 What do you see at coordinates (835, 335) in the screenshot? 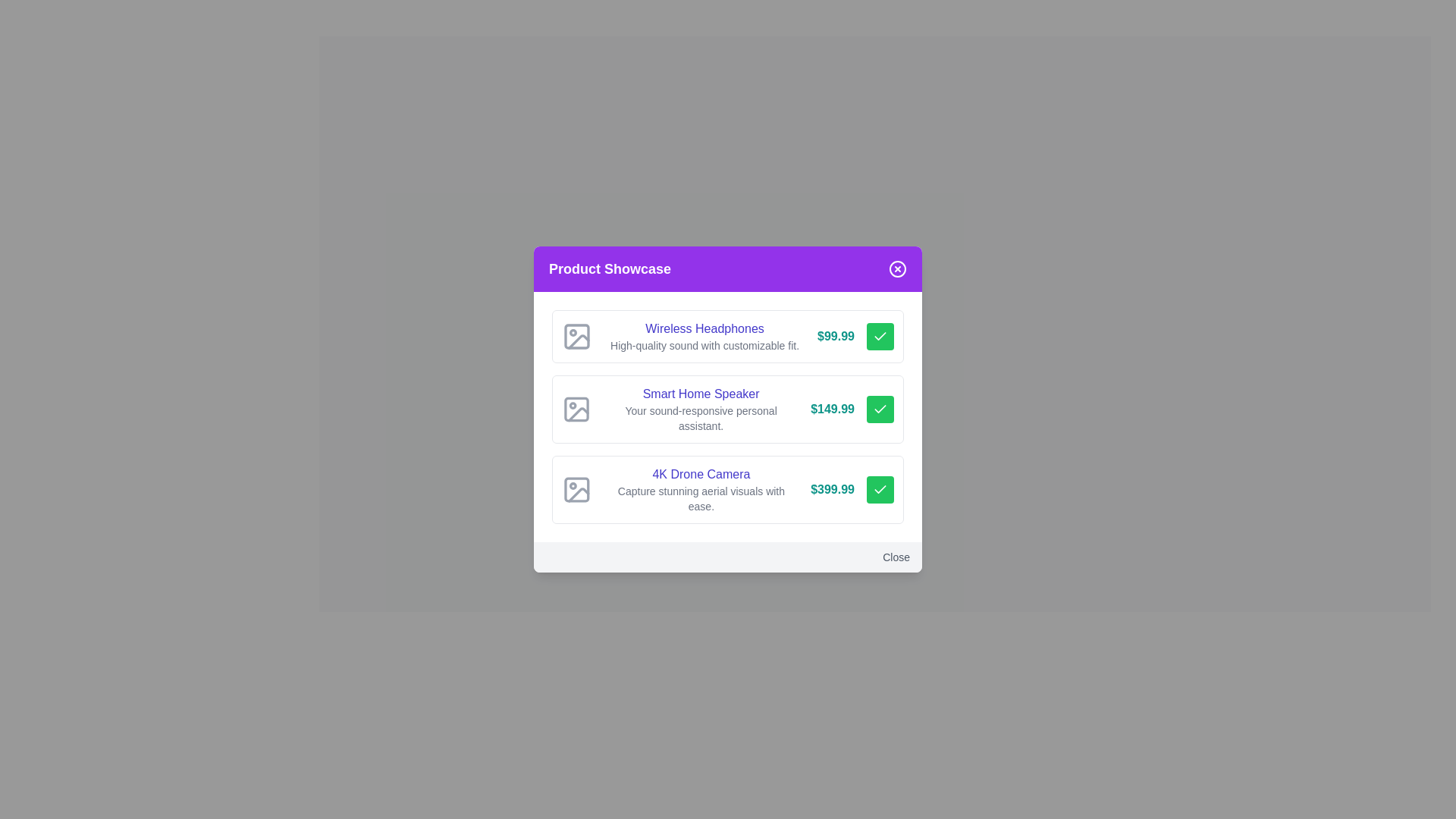
I see `the price text label for the 'Wireless Headphones' product, which is located to the far right of the product title and description` at bounding box center [835, 335].